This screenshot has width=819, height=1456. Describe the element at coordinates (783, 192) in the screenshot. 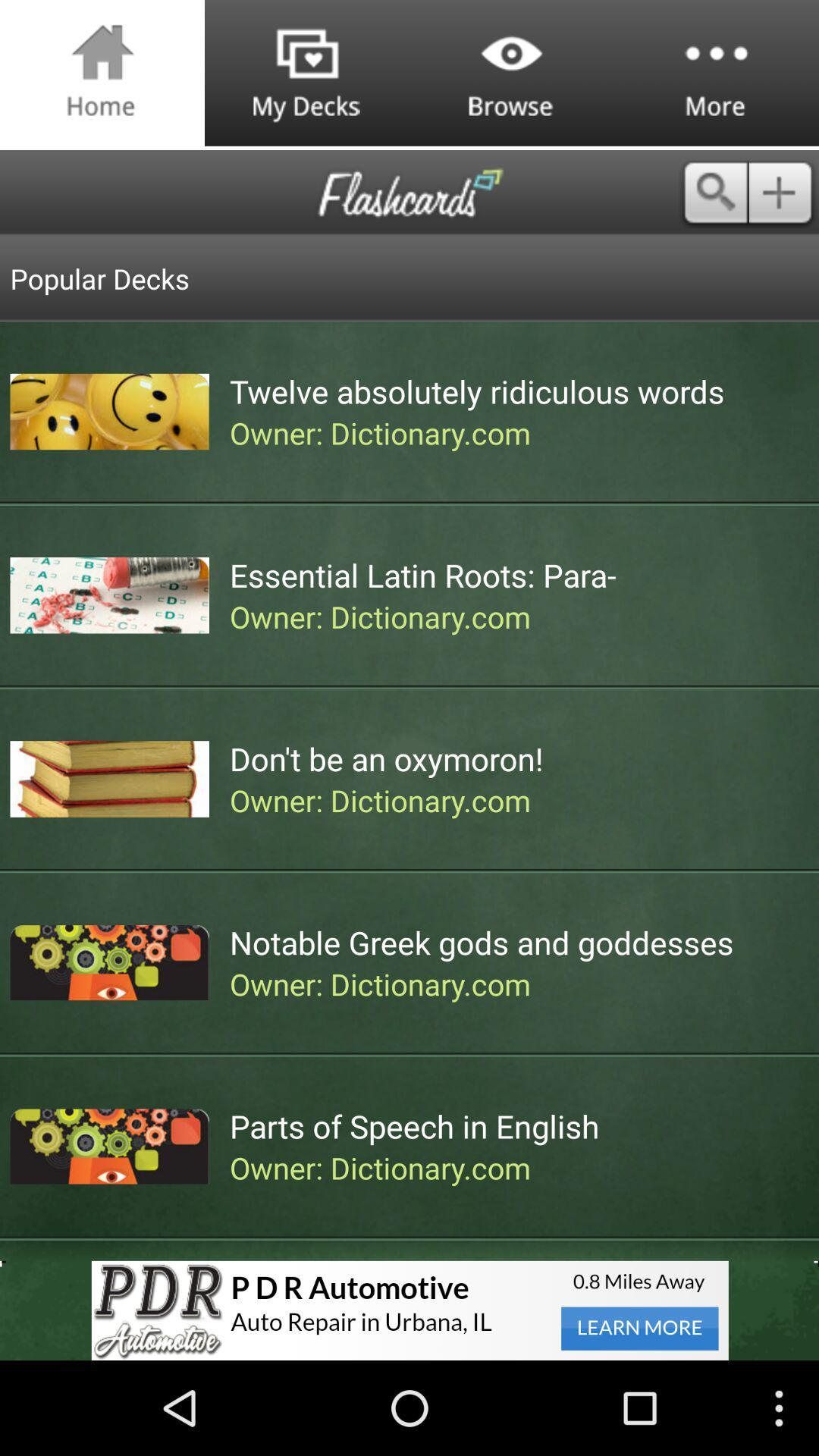

I see `option` at that location.